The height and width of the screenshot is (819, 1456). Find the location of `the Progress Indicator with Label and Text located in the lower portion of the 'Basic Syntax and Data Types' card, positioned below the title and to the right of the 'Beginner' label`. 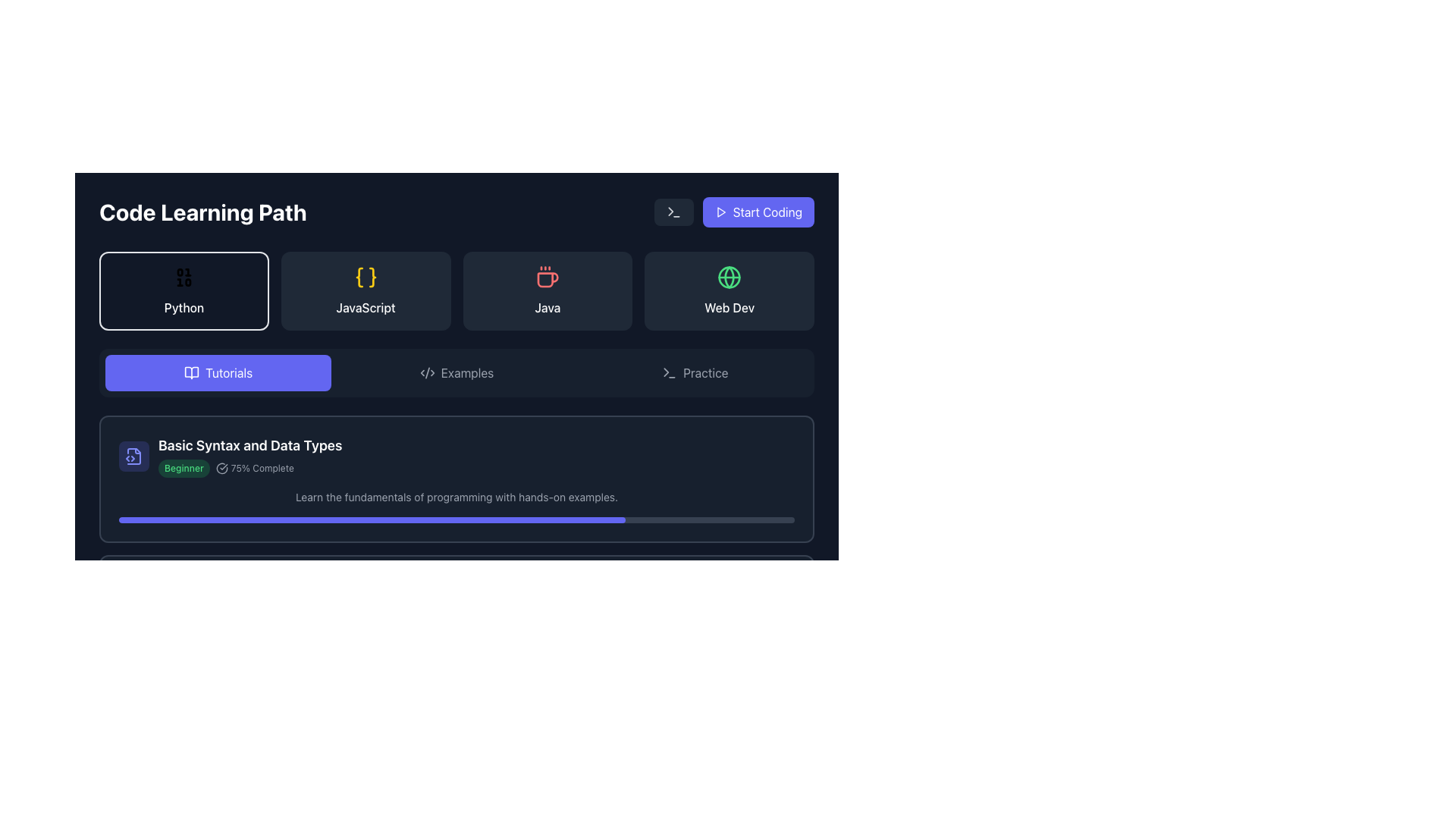

the Progress Indicator with Label and Text located in the lower portion of the 'Basic Syntax and Data Types' card, positioned below the title and to the right of the 'Beginner' label is located at coordinates (250, 467).